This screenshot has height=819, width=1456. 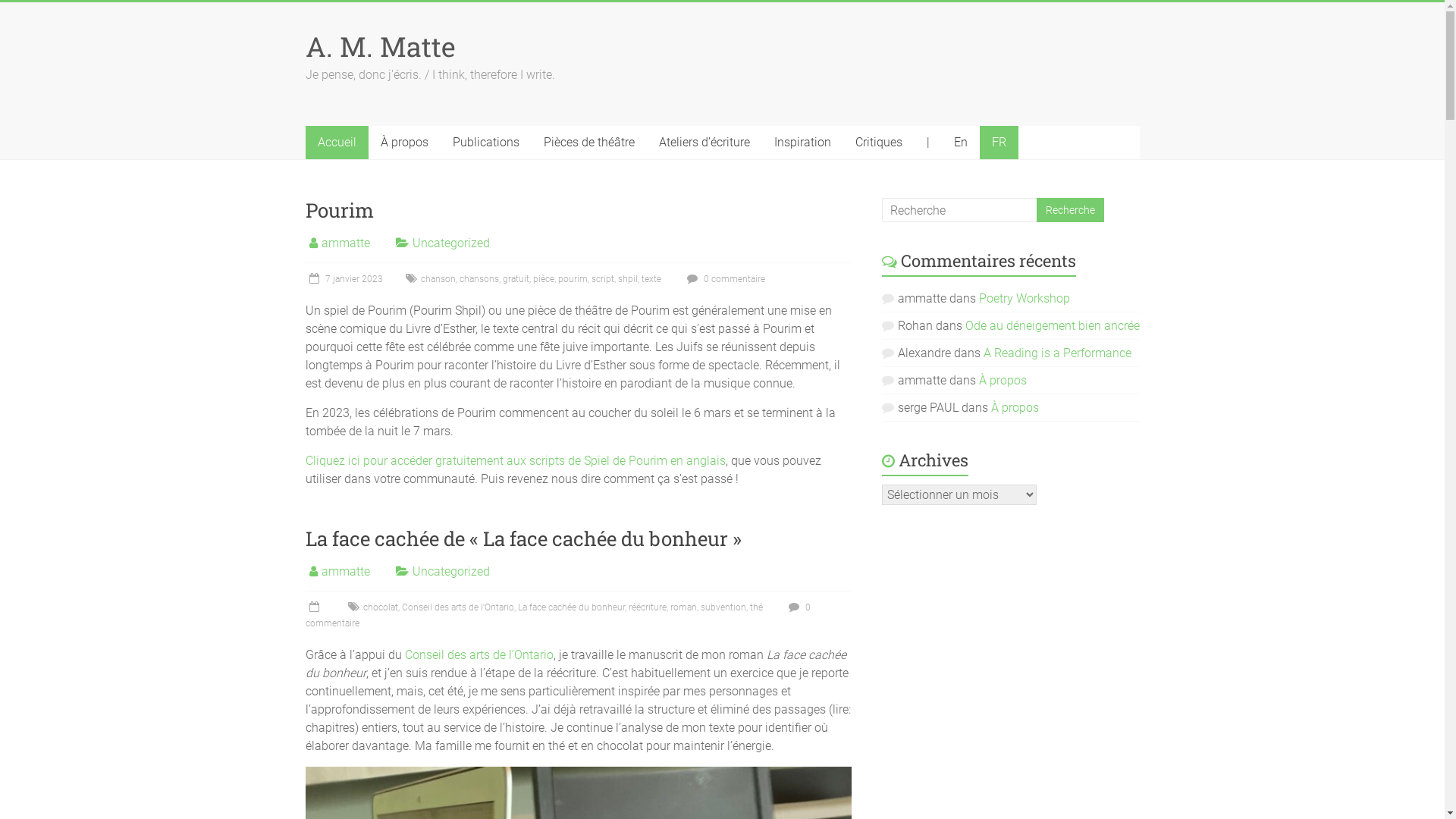 I want to click on 'gratuit', so click(x=515, y=278).